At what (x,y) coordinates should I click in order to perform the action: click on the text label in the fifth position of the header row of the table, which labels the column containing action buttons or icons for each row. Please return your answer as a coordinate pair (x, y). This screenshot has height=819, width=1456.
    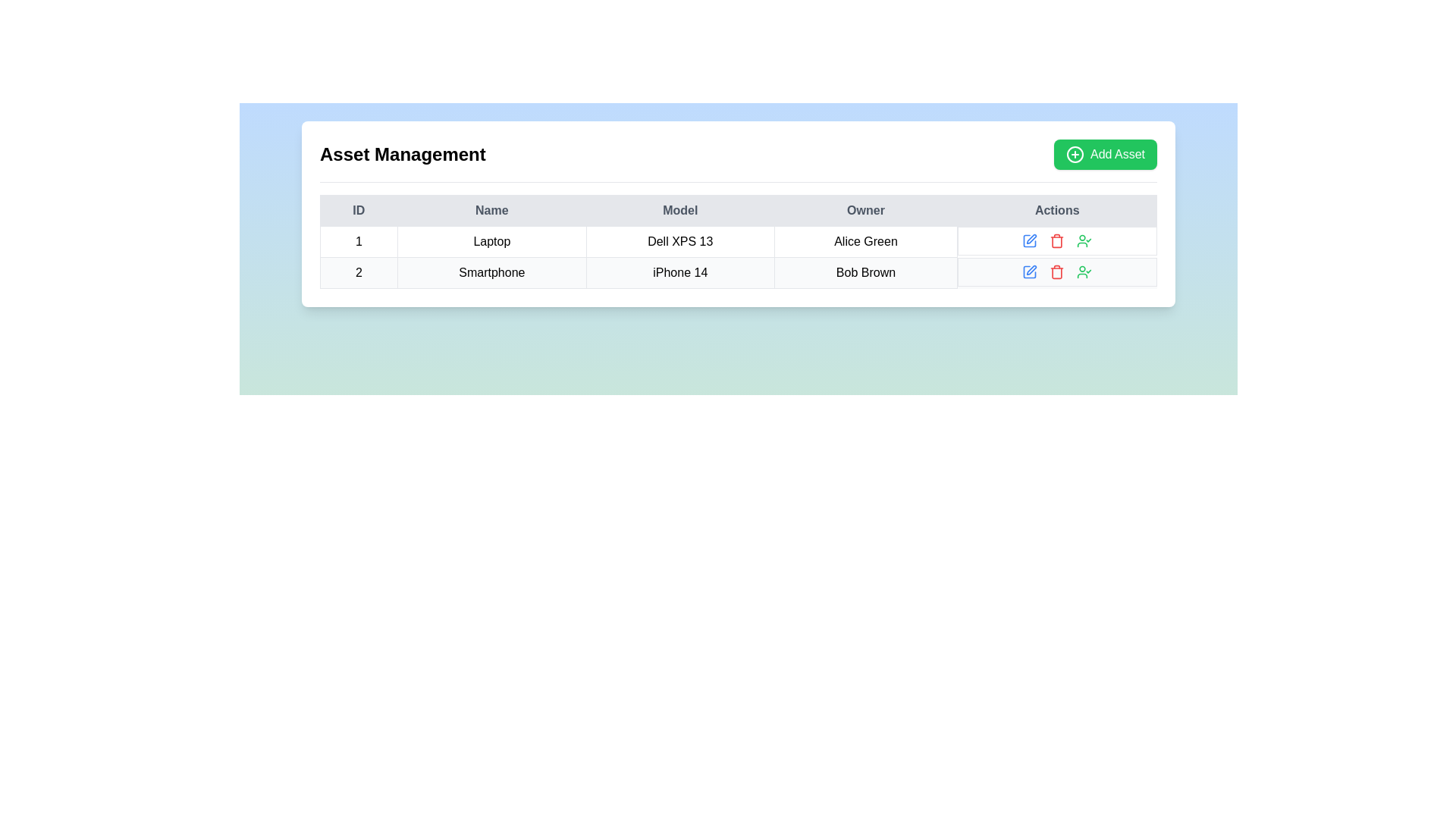
    Looking at the image, I should click on (1056, 210).